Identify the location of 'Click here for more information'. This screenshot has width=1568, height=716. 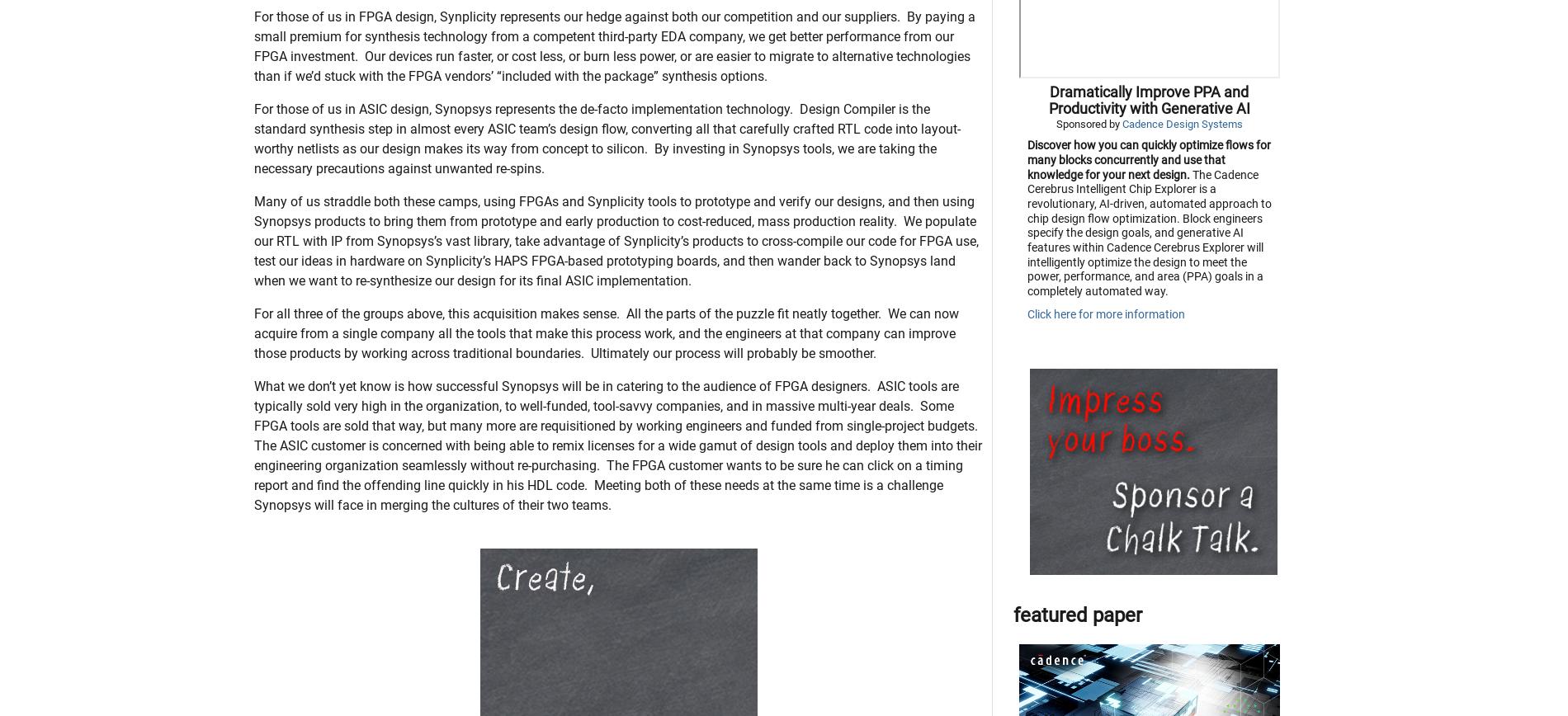
(1104, 396).